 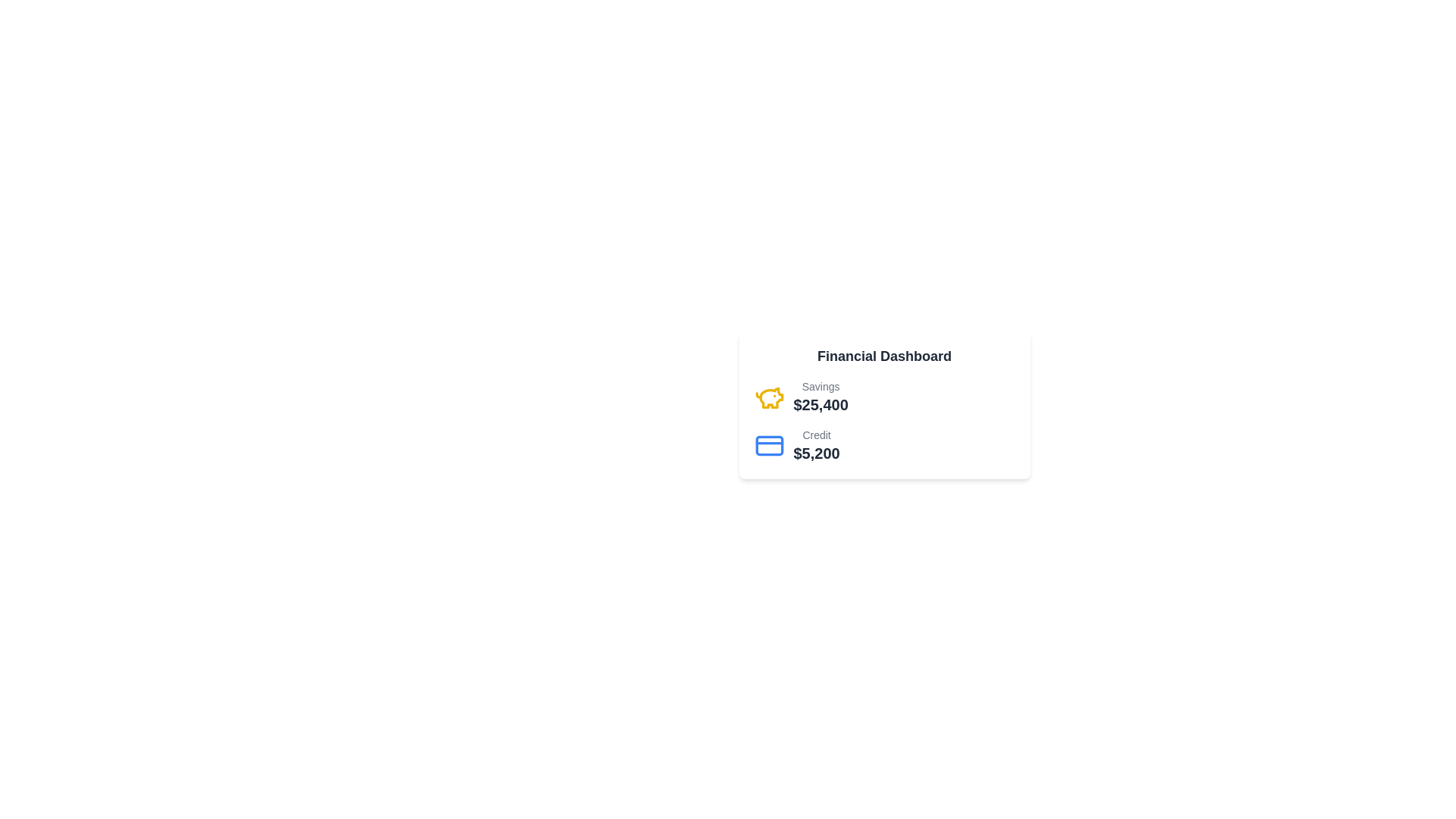 I want to click on the text label displaying 'Credit', which is styled in a small font size and light gray color, located to the right of a credit card icon and above the numeric text '$5,200', so click(x=816, y=435).